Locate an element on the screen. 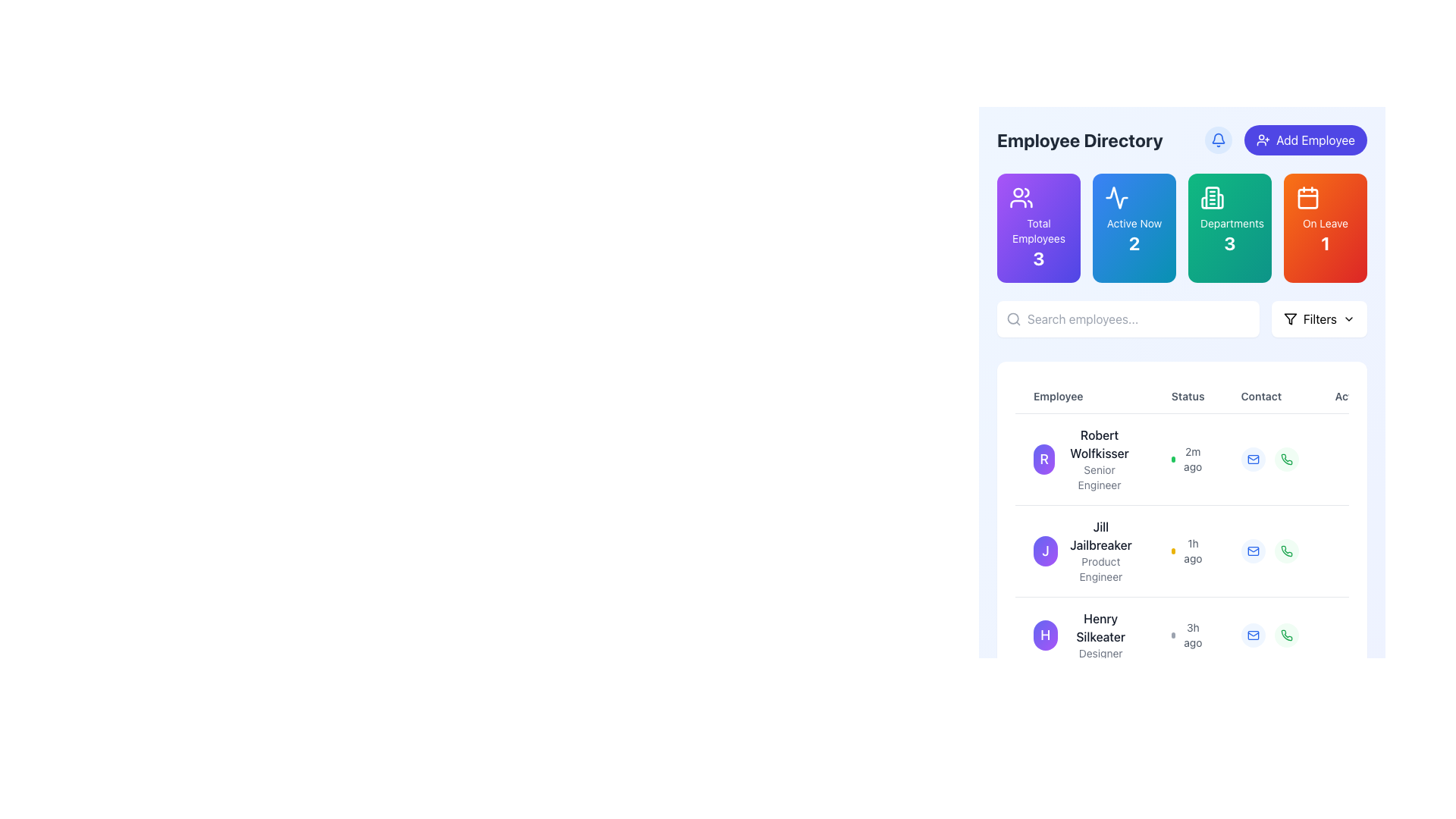 Image resolution: width=1456 pixels, height=819 pixels. the text-based information display element that shows '3h ago' in small gray text, located in the third row of the employee directory under the 'Status' column, aligned with 'Henry Silkeater, Designer' is located at coordinates (1187, 635).